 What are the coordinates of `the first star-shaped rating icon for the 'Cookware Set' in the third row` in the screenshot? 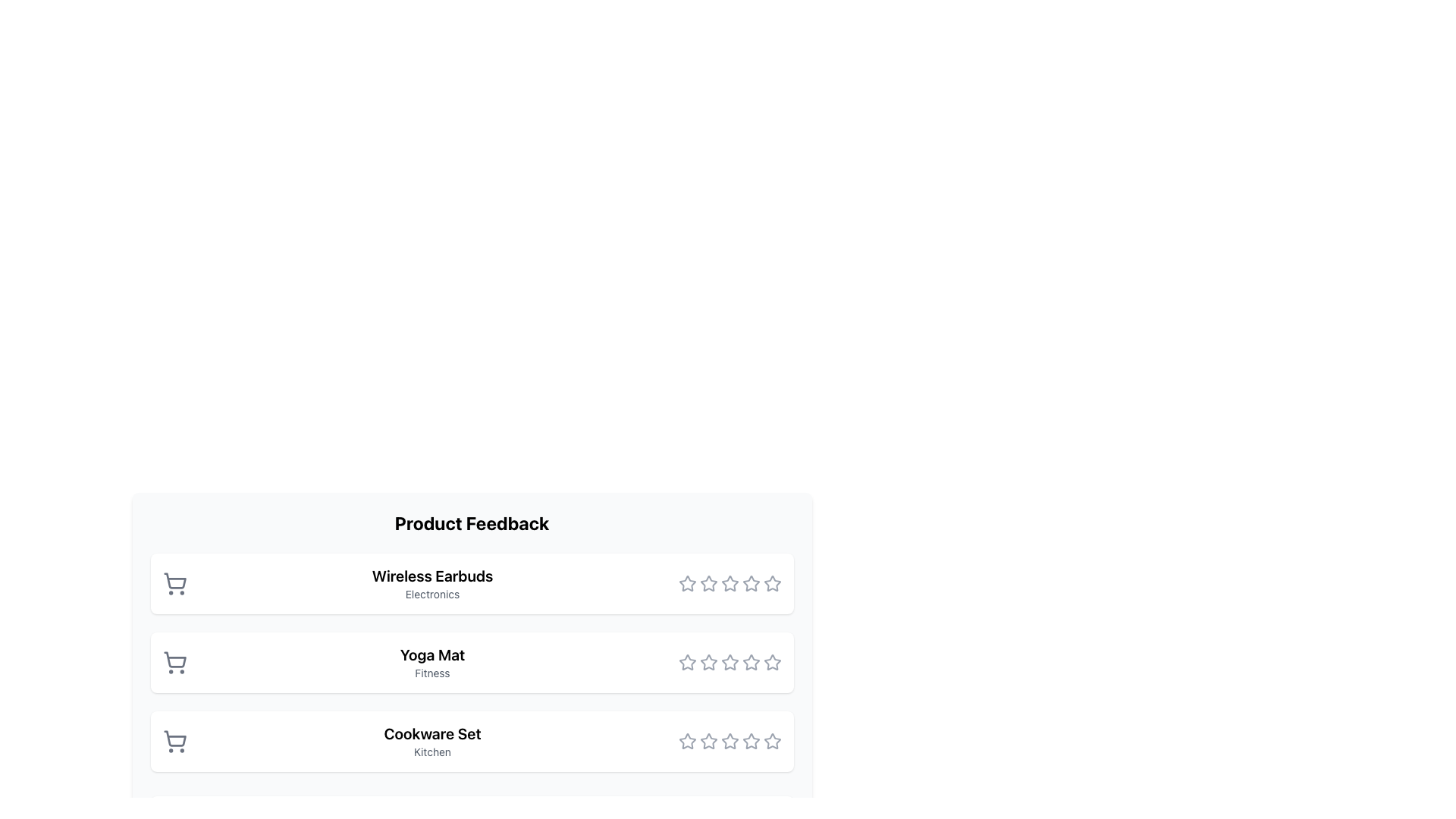 It's located at (686, 741).